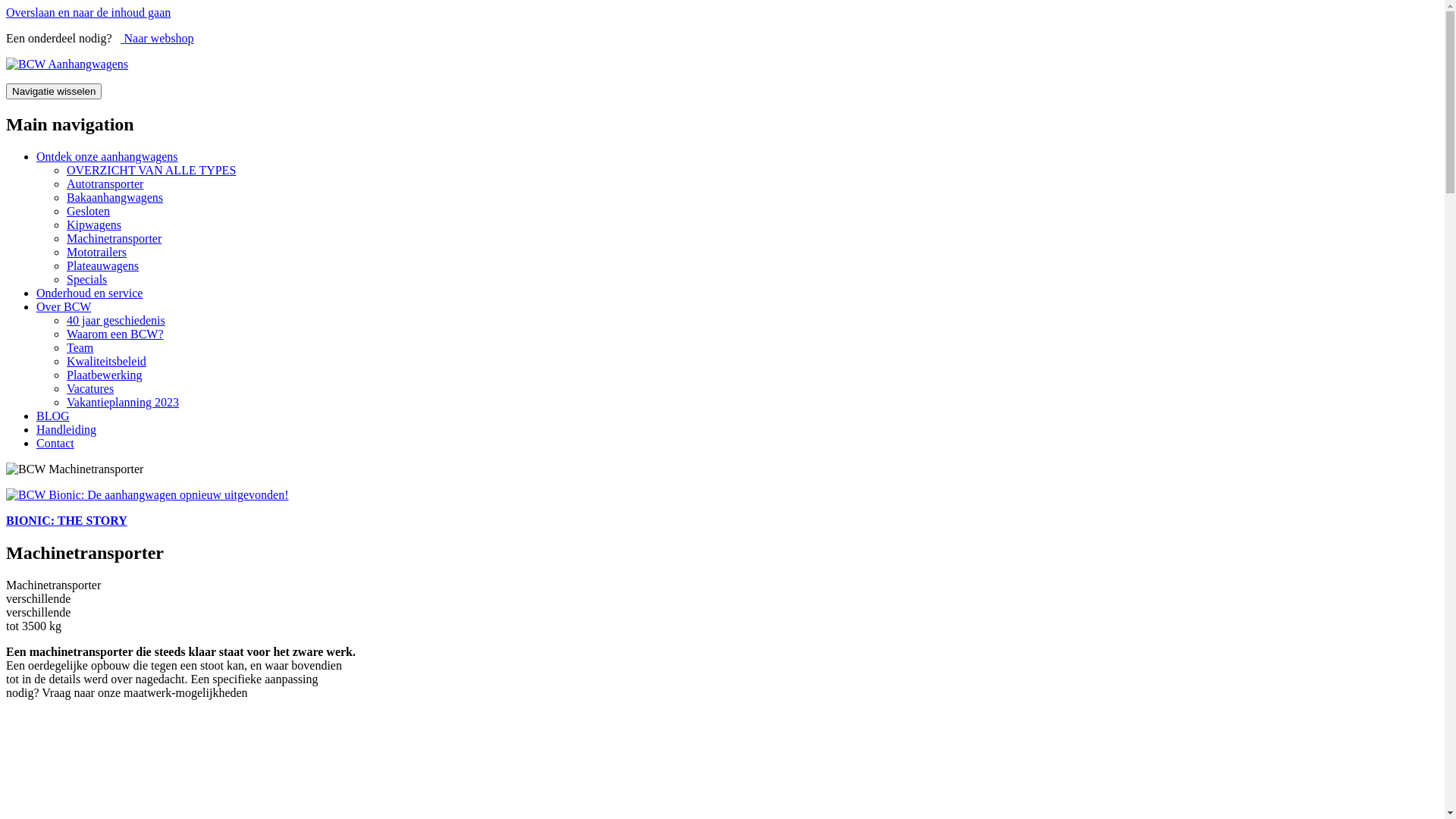 This screenshot has height=819, width=1456. I want to click on 'Overslaan en naar de inhoud gaan', so click(87, 12).